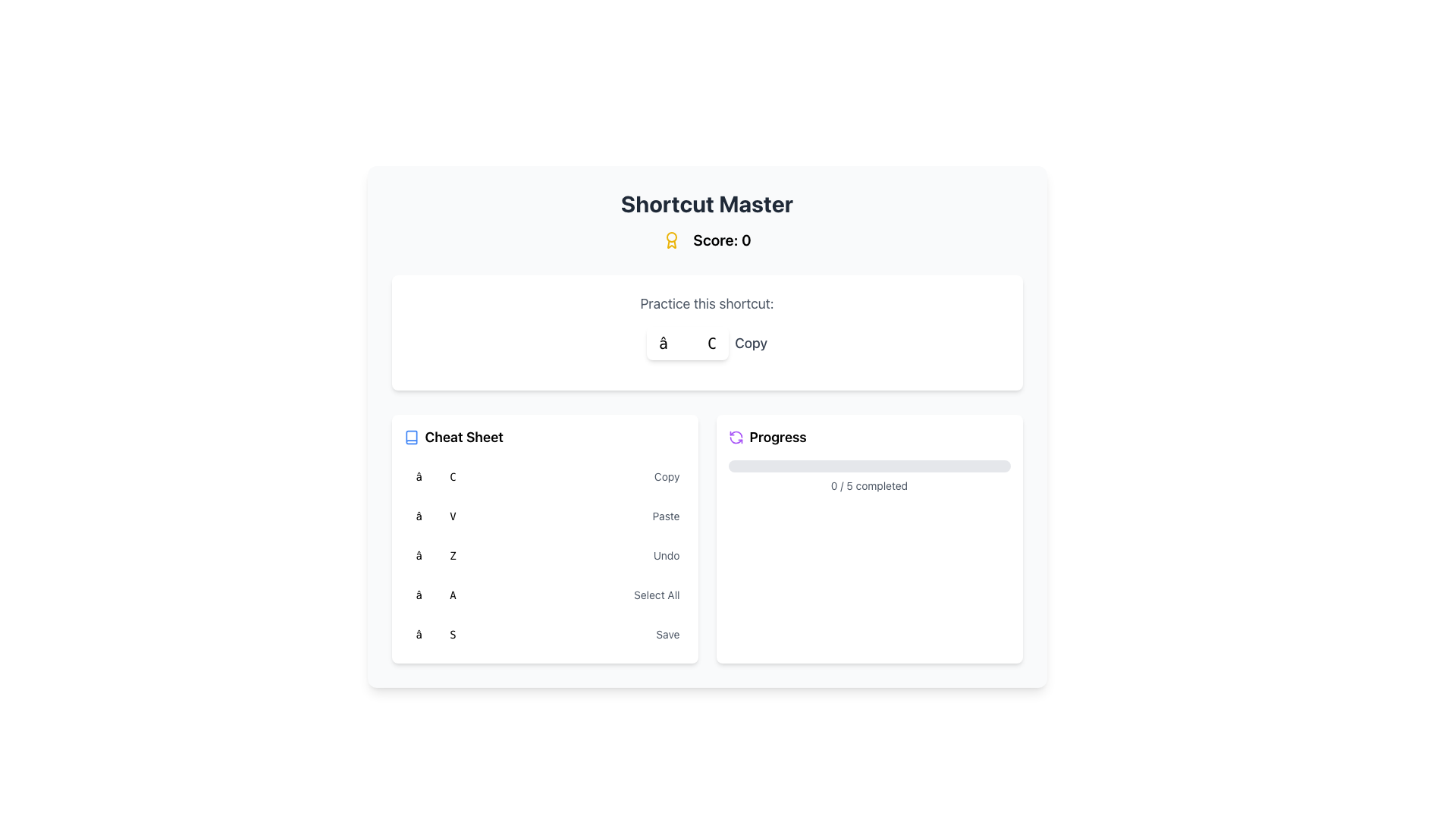  What do you see at coordinates (767, 438) in the screenshot?
I see `the 'Progress' Text Label with Icon, which indicates the purpose of the progress section in the top-right card of the interface` at bounding box center [767, 438].